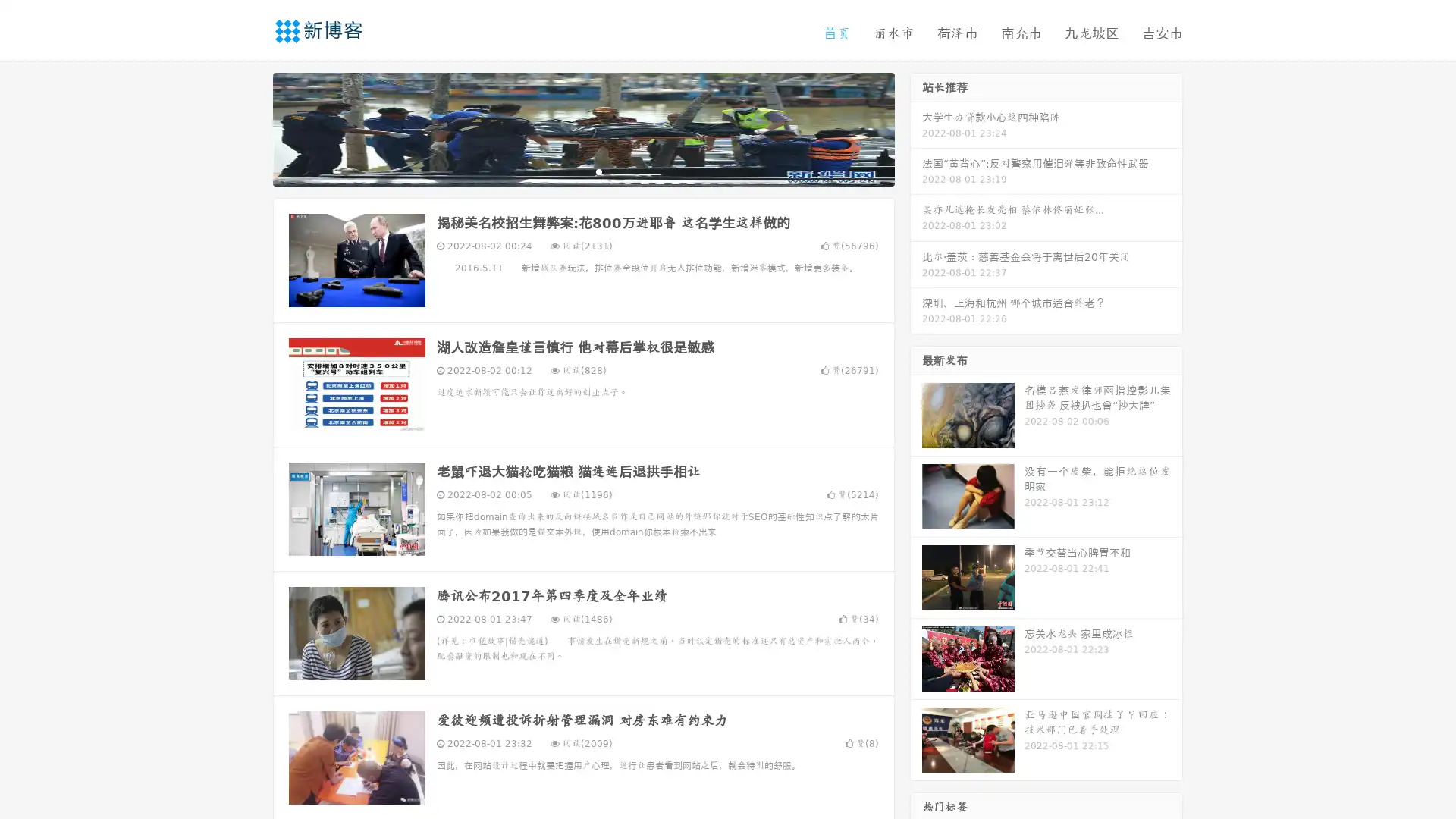 The height and width of the screenshot is (819, 1456). What do you see at coordinates (250, 127) in the screenshot?
I see `Previous slide` at bounding box center [250, 127].